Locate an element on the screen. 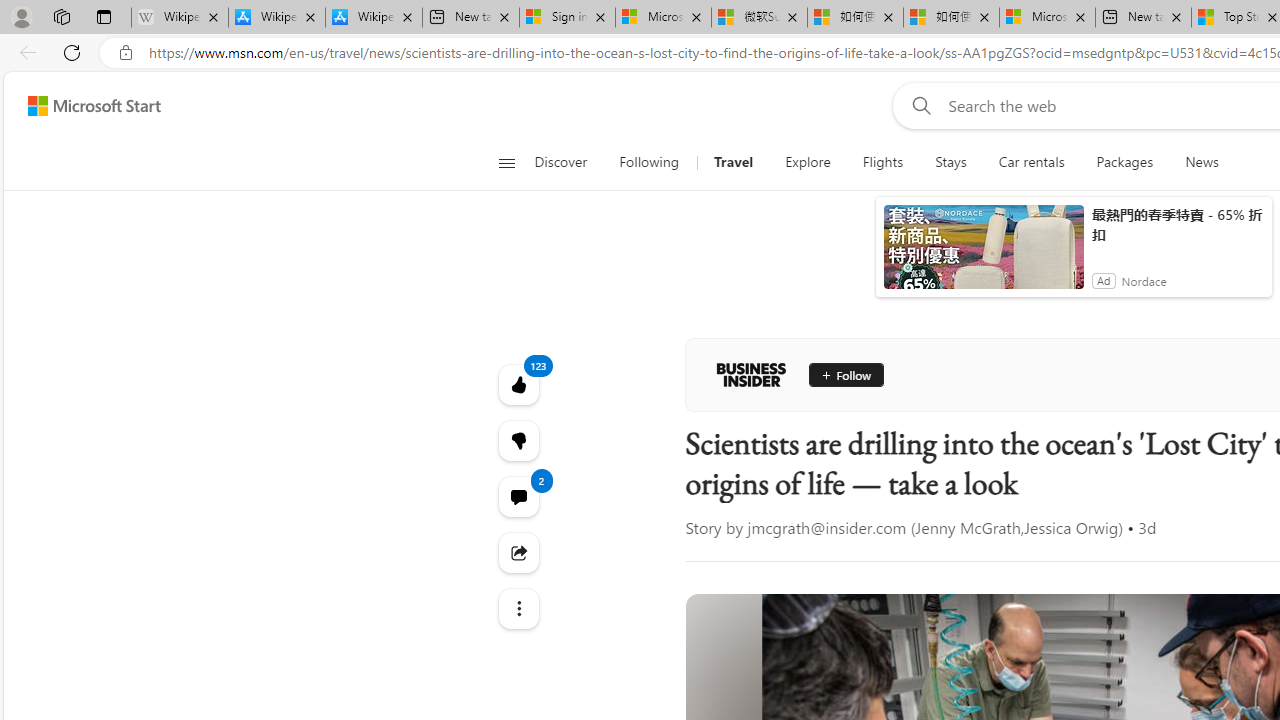 The width and height of the screenshot is (1280, 720). 'Explore' is located at coordinates (808, 162).